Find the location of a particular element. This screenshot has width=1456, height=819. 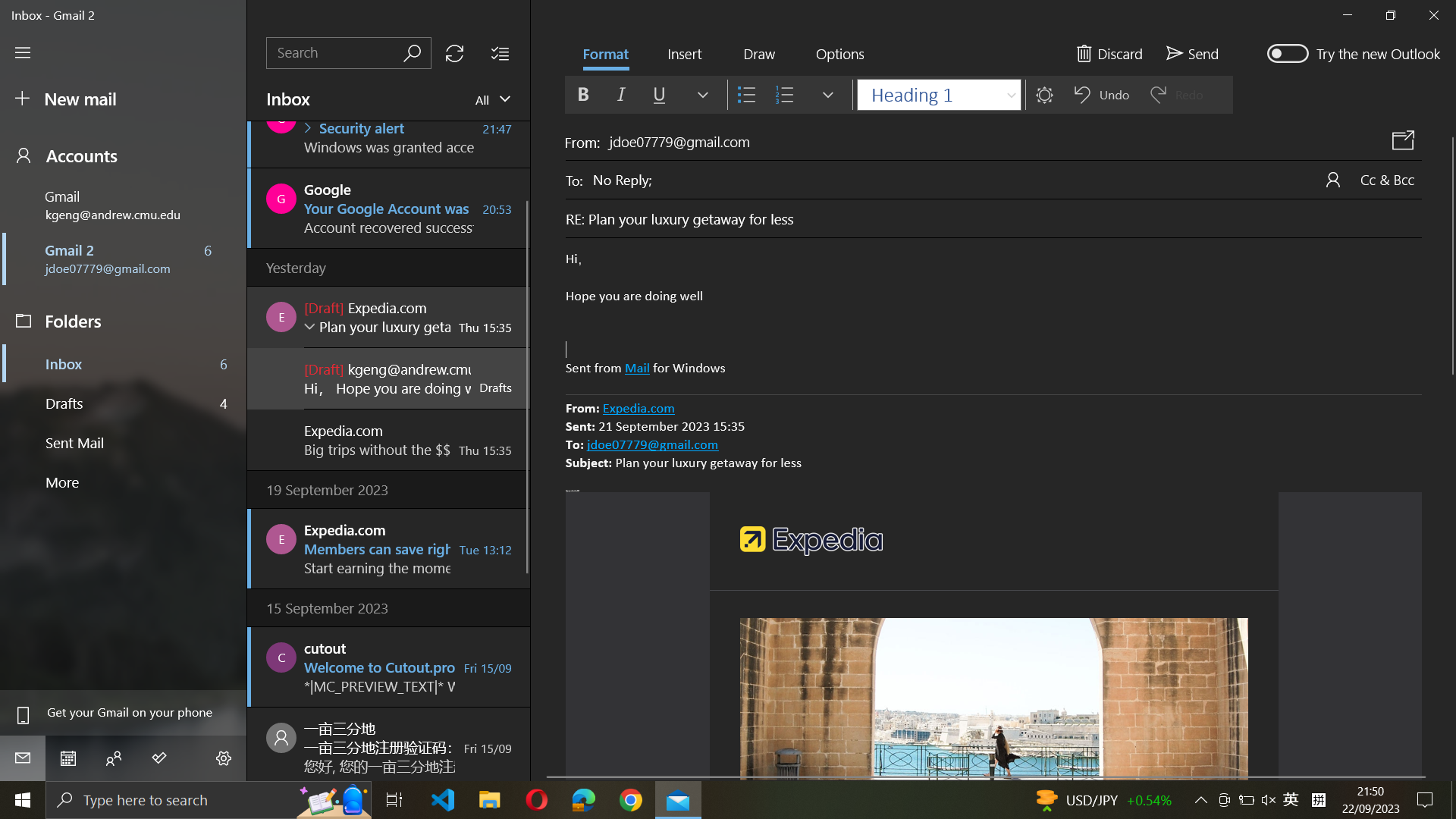

Outgoing Mails is located at coordinates (124, 444).